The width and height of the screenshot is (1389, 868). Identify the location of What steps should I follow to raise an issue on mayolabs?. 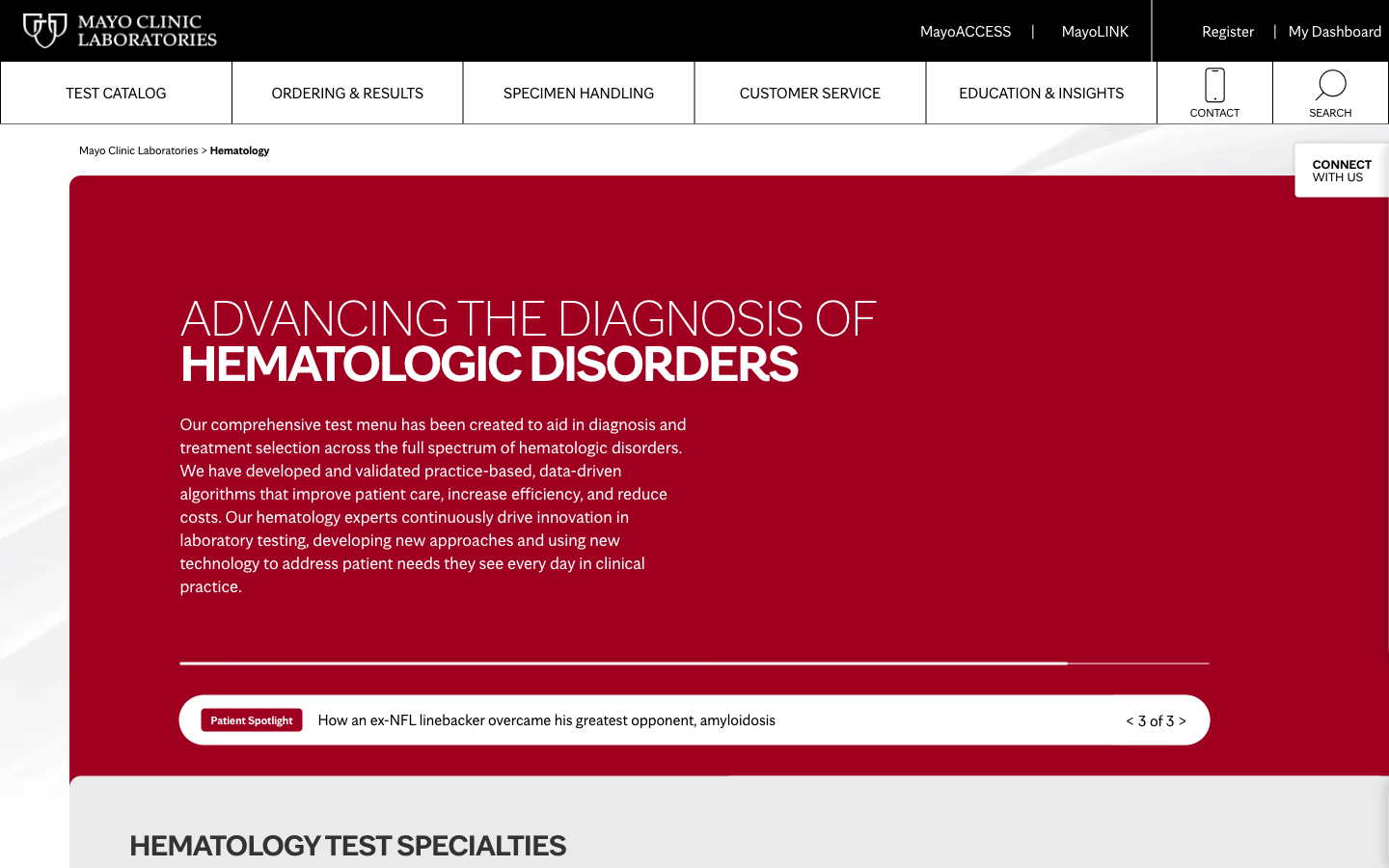
(809, 92).